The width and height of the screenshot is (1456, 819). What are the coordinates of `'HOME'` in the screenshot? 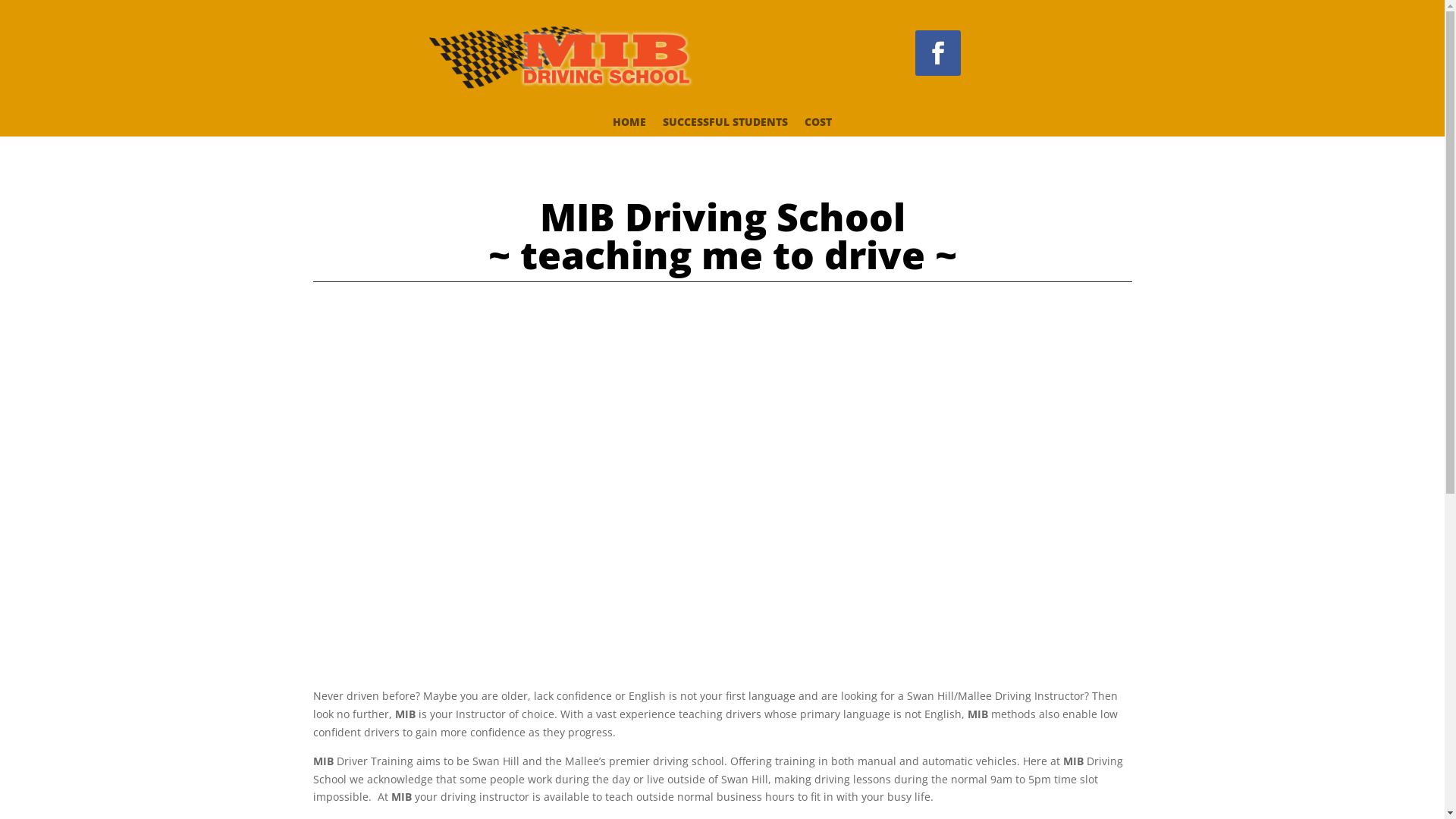 It's located at (629, 124).